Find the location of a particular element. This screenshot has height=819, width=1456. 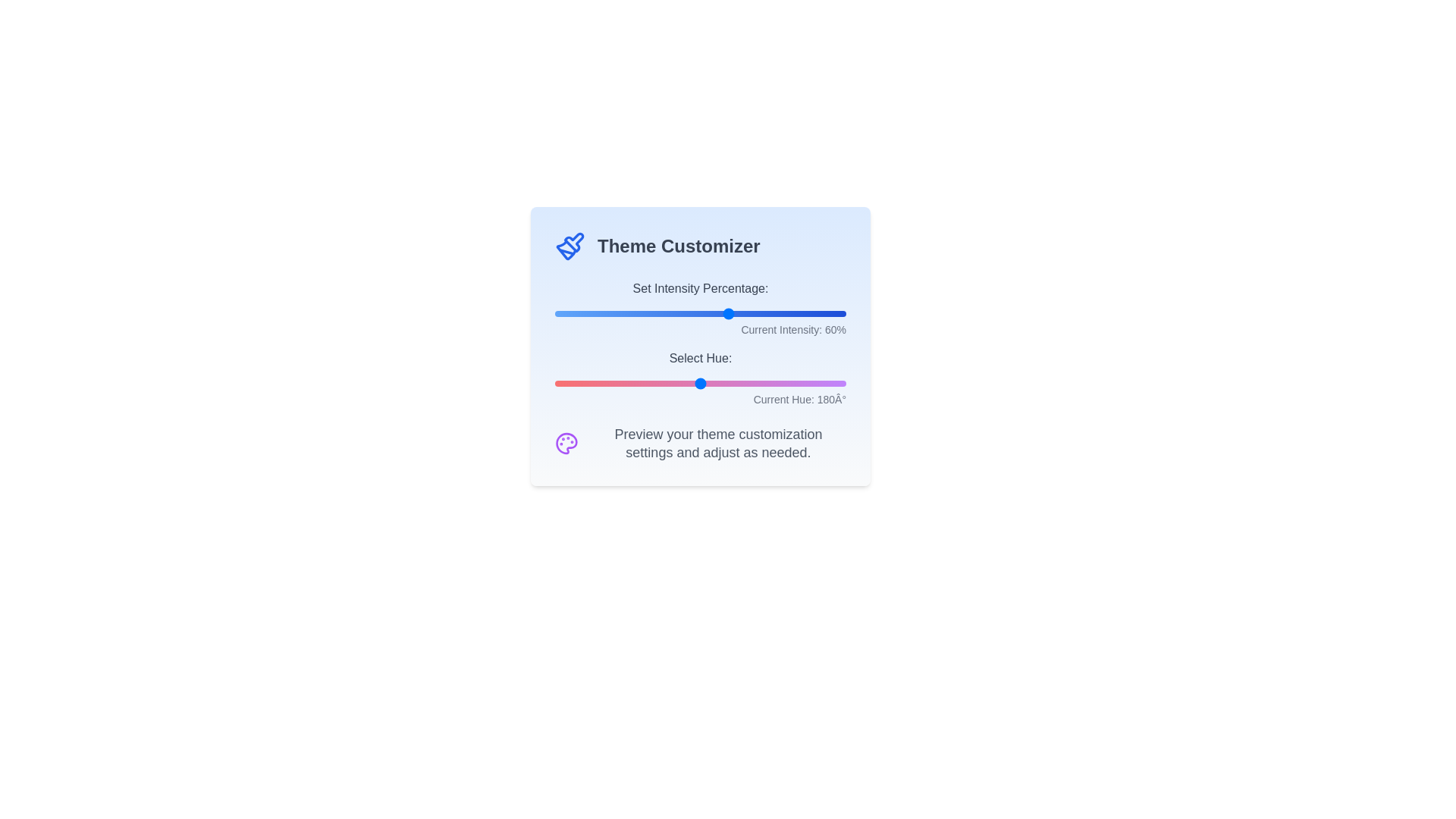

the 'Set Intensity Percentage' slider to 19% is located at coordinates (610, 312).